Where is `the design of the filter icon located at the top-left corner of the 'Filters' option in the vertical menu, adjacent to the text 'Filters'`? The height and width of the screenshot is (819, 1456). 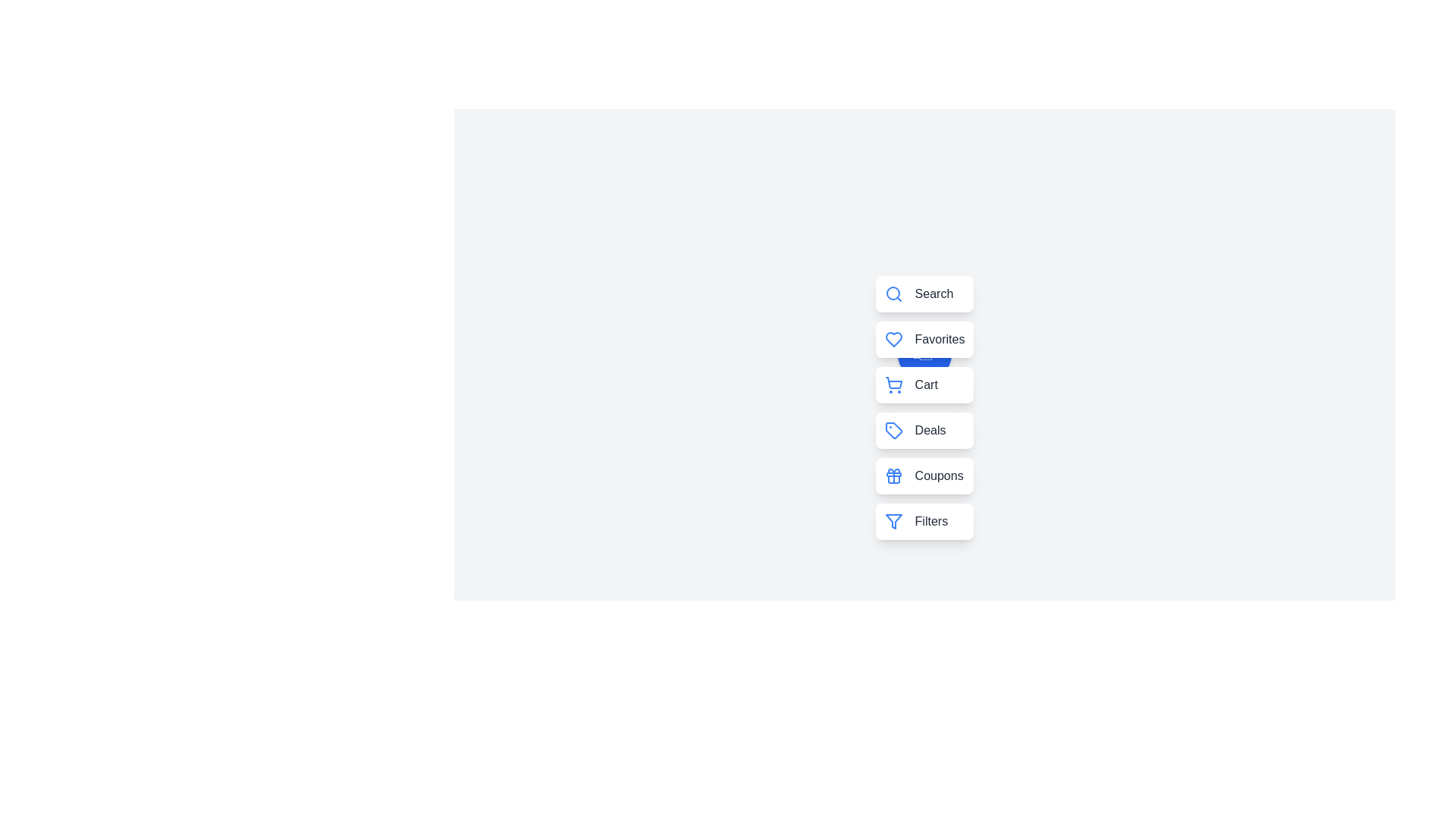 the design of the filter icon located at the top-left corner of the 'Filters' option in the vertical menu, adjacent to the text 'Filters' is located at coordinates (893, 520).